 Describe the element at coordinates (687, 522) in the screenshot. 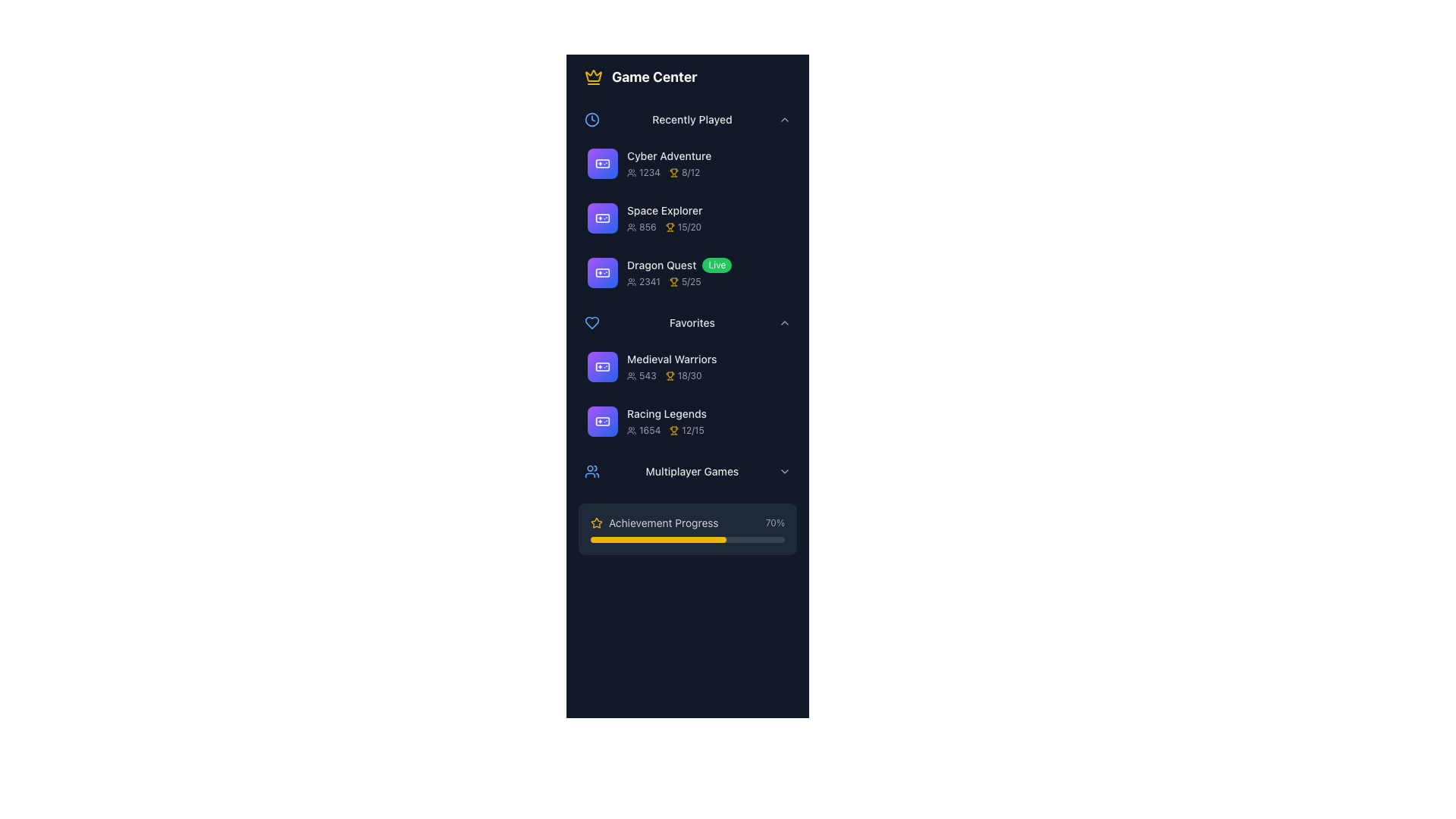

I see `the 'Achievement Progress' indicator, which features a yellow star icon and displays '70%' on the far right` at that location.